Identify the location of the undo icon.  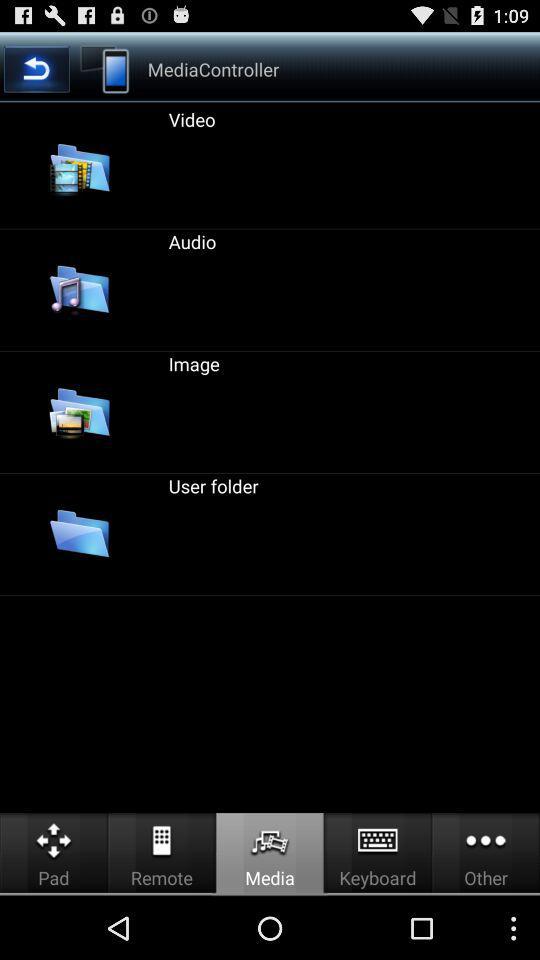
(47, 72).